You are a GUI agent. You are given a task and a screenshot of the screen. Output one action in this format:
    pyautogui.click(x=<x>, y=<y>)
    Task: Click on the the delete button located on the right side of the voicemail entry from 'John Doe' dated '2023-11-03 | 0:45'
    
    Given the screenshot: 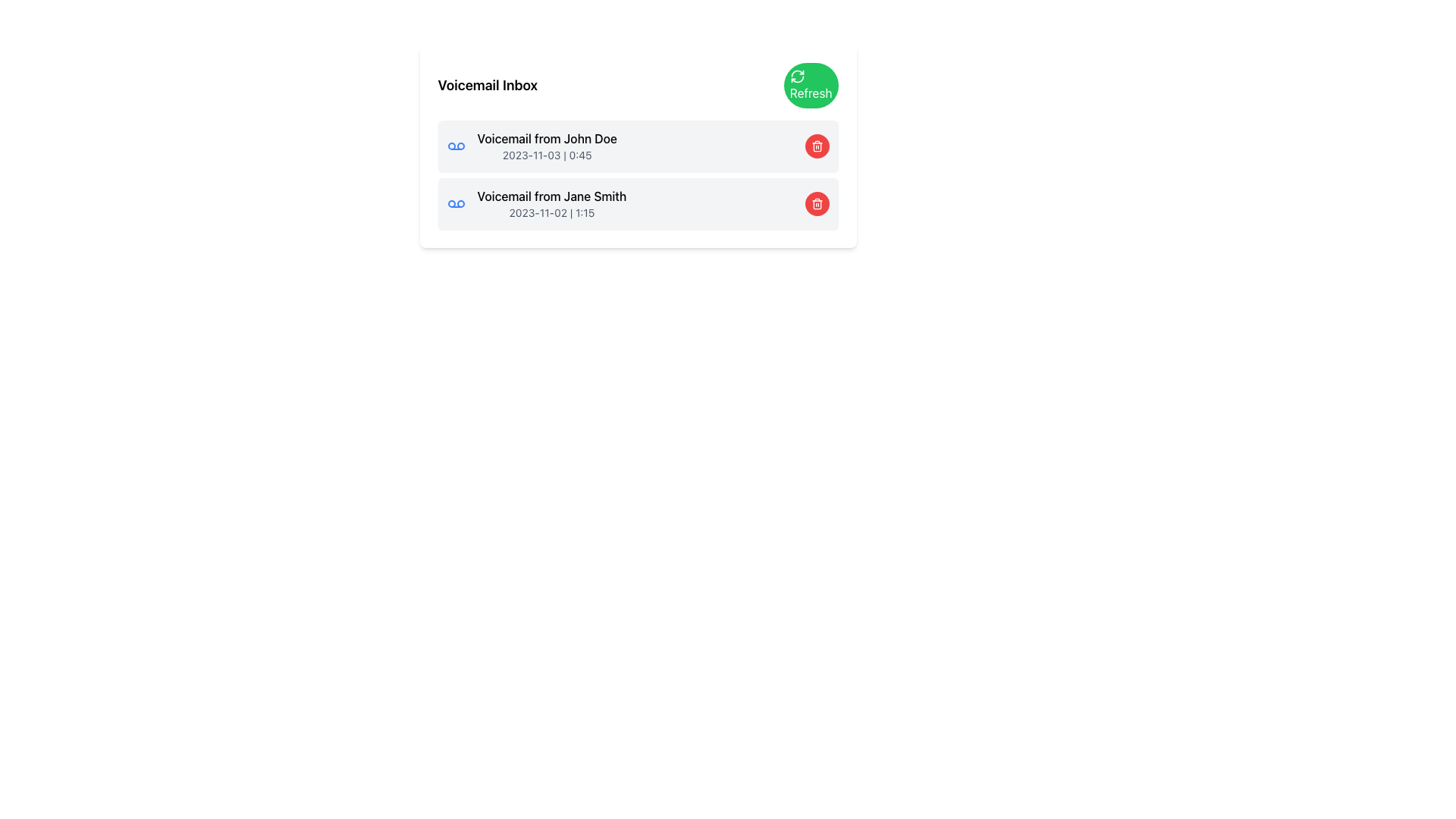 What is the action you would take?
    pyautogui.click(x=816, y=146)
    